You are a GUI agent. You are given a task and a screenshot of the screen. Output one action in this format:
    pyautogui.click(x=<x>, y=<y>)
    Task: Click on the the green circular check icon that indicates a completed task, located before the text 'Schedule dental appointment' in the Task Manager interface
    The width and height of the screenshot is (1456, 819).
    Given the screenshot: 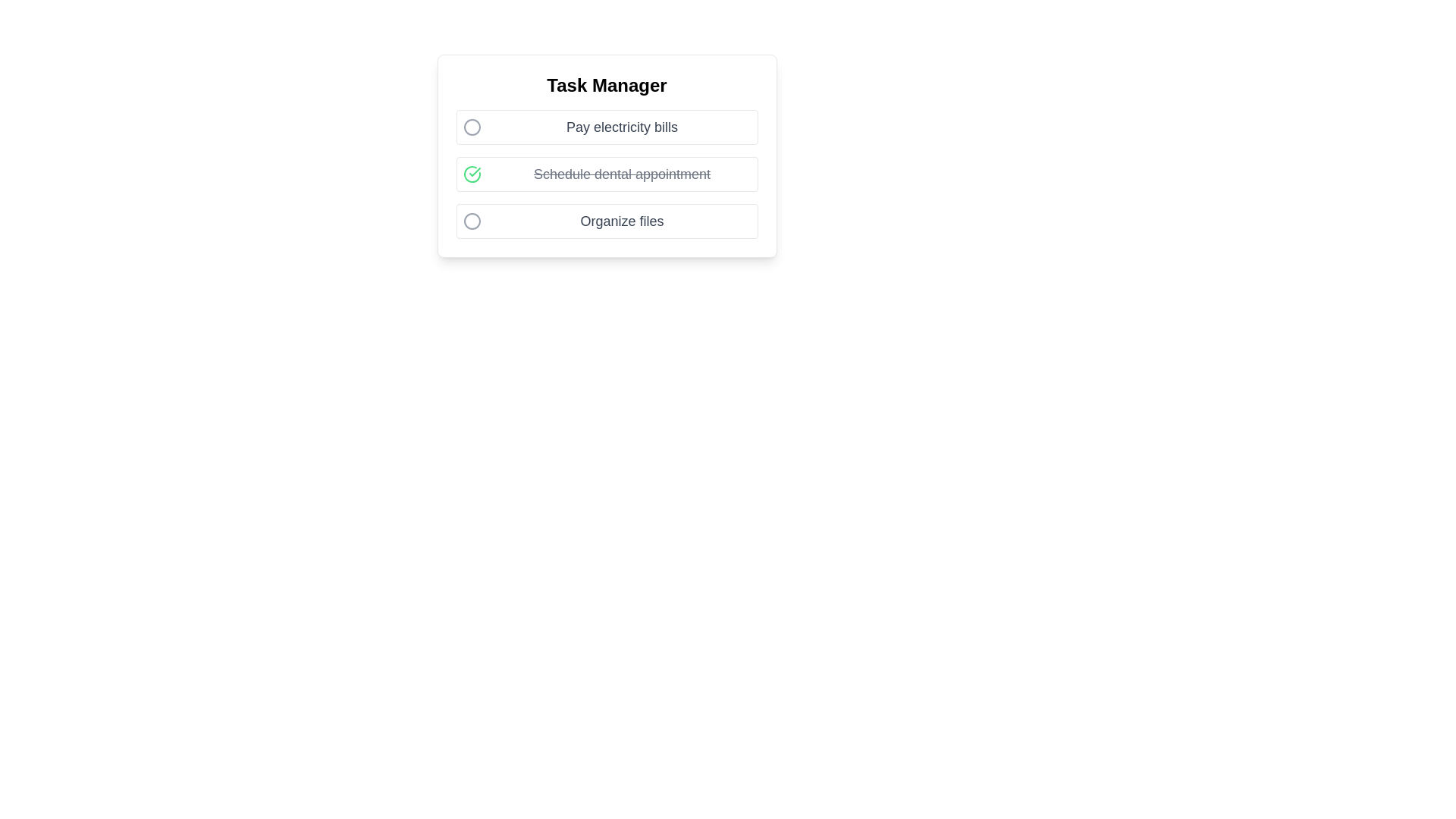 What is the action you would take?
    pyautogui.click(x=471, y=174)
    